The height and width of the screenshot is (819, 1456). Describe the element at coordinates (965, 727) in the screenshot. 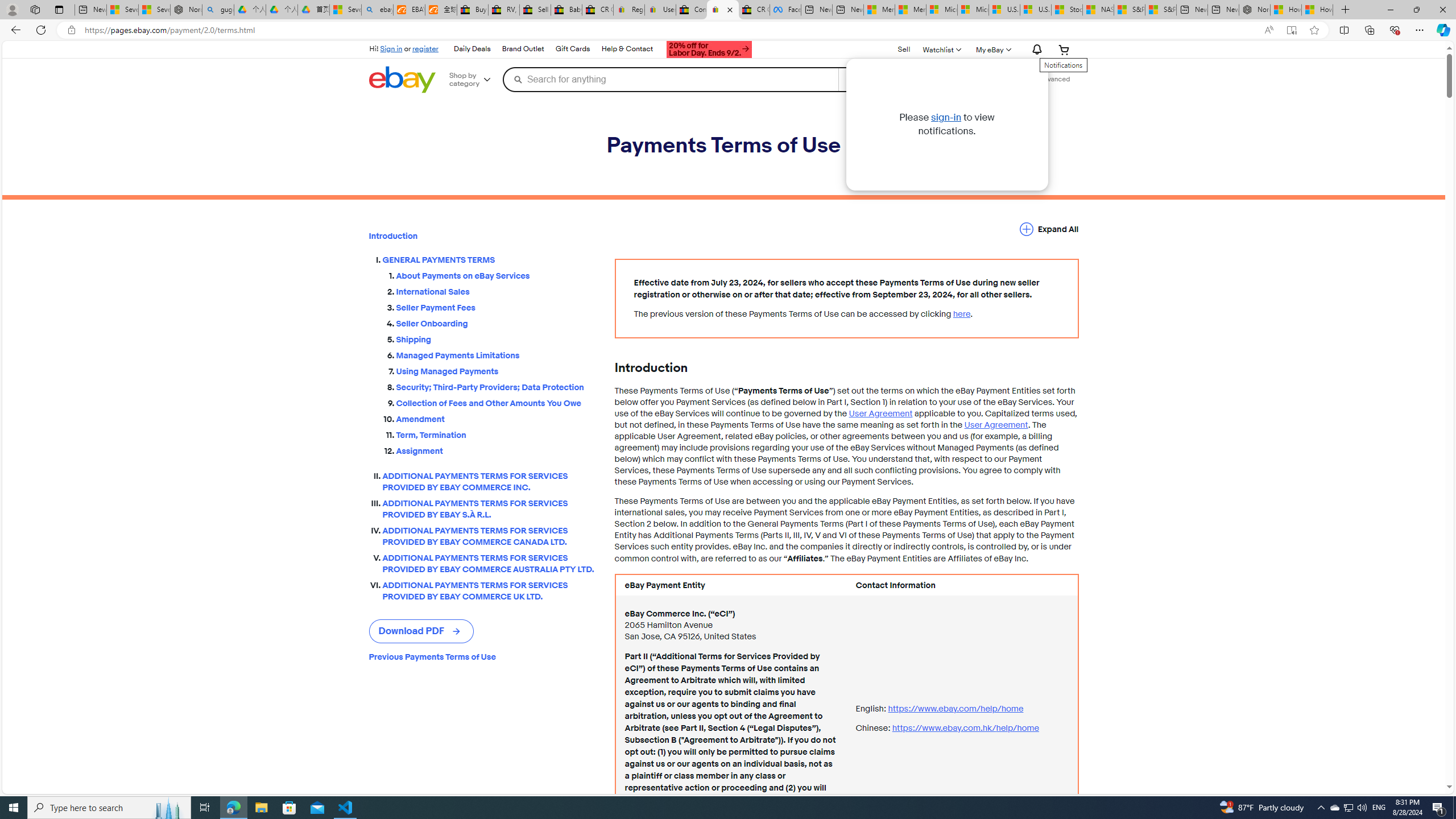

I see `'https://www.ebay.com.hk/ help/home'` at that location.